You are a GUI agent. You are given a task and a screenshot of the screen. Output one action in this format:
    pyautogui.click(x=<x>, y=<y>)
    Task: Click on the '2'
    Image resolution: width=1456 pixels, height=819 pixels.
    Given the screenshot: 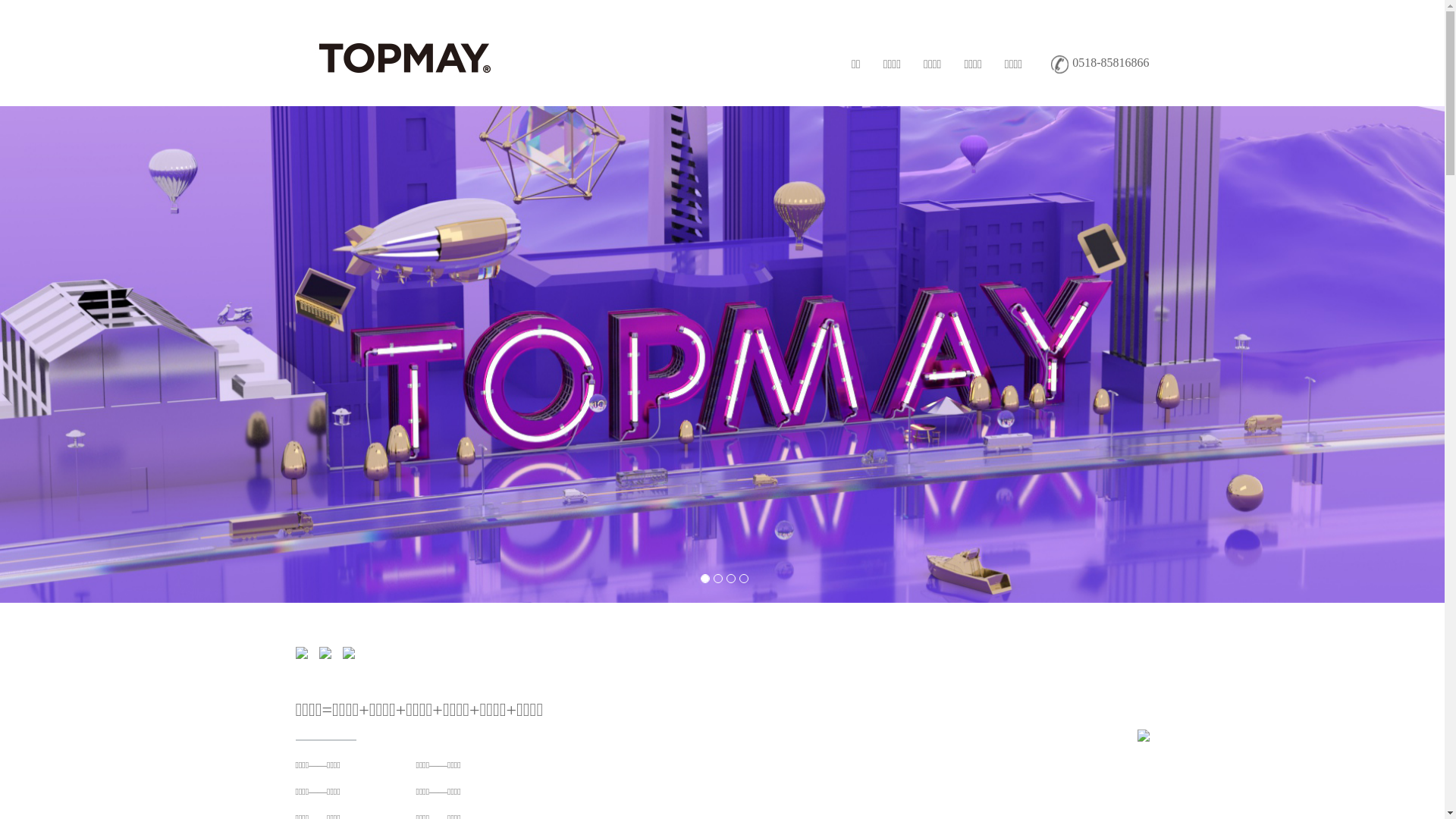 What is the action you would take?
    pyautogui.click(x=717, y=579)
    